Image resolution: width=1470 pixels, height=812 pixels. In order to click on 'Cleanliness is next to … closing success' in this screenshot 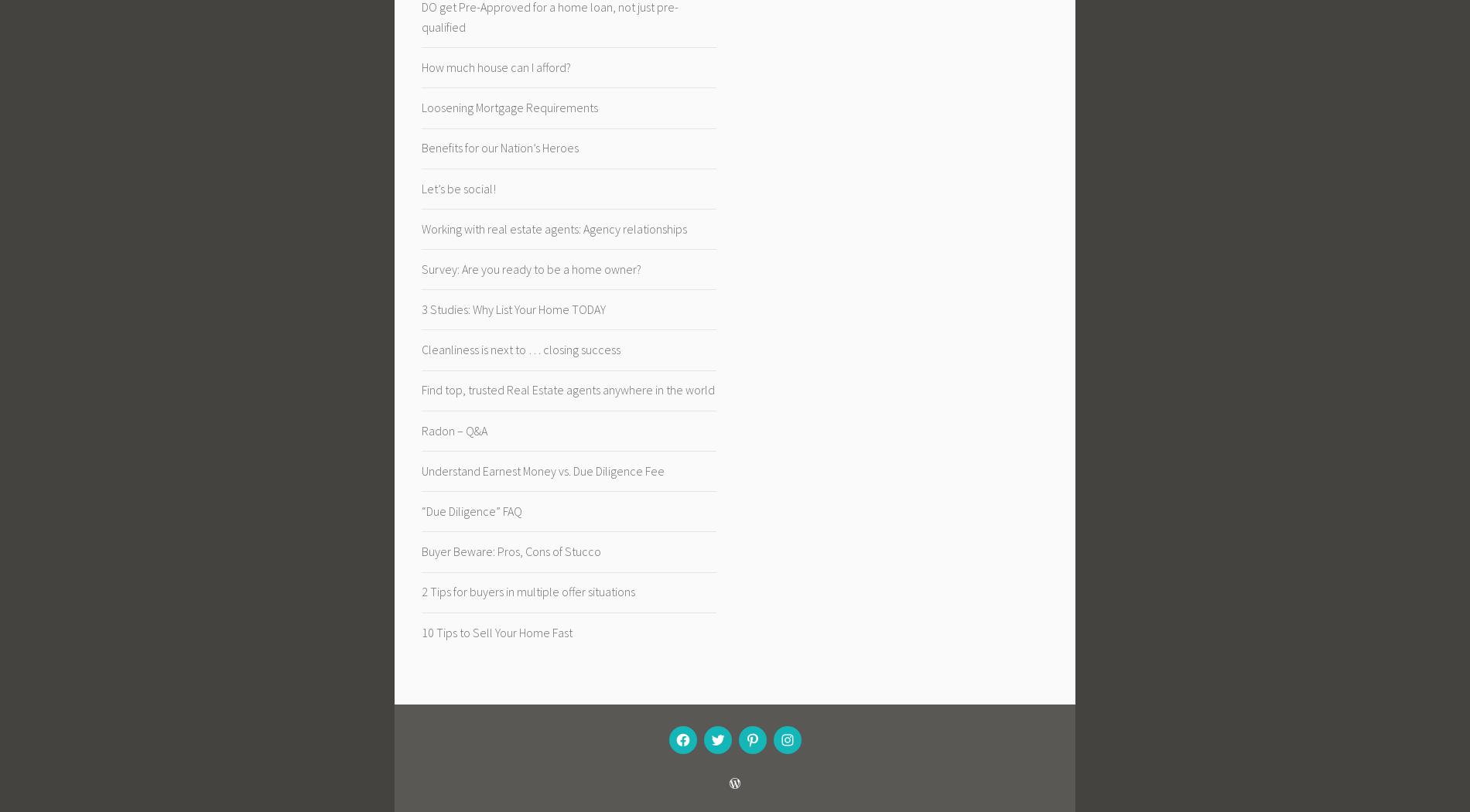, I will do `click(521, 350)`.